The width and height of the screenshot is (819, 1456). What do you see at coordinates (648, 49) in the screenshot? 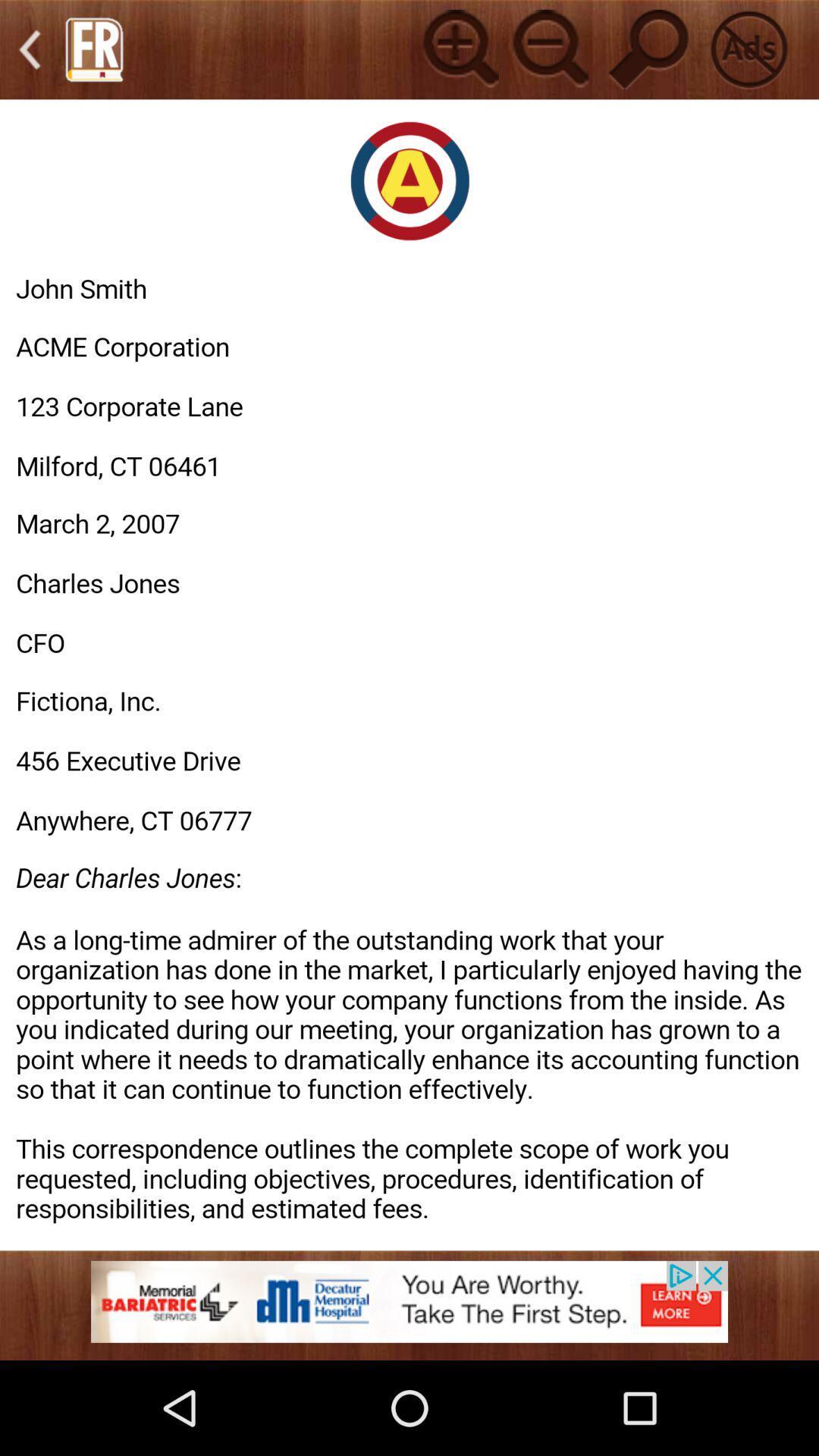
I see `search` at bounding box center [648, 49].